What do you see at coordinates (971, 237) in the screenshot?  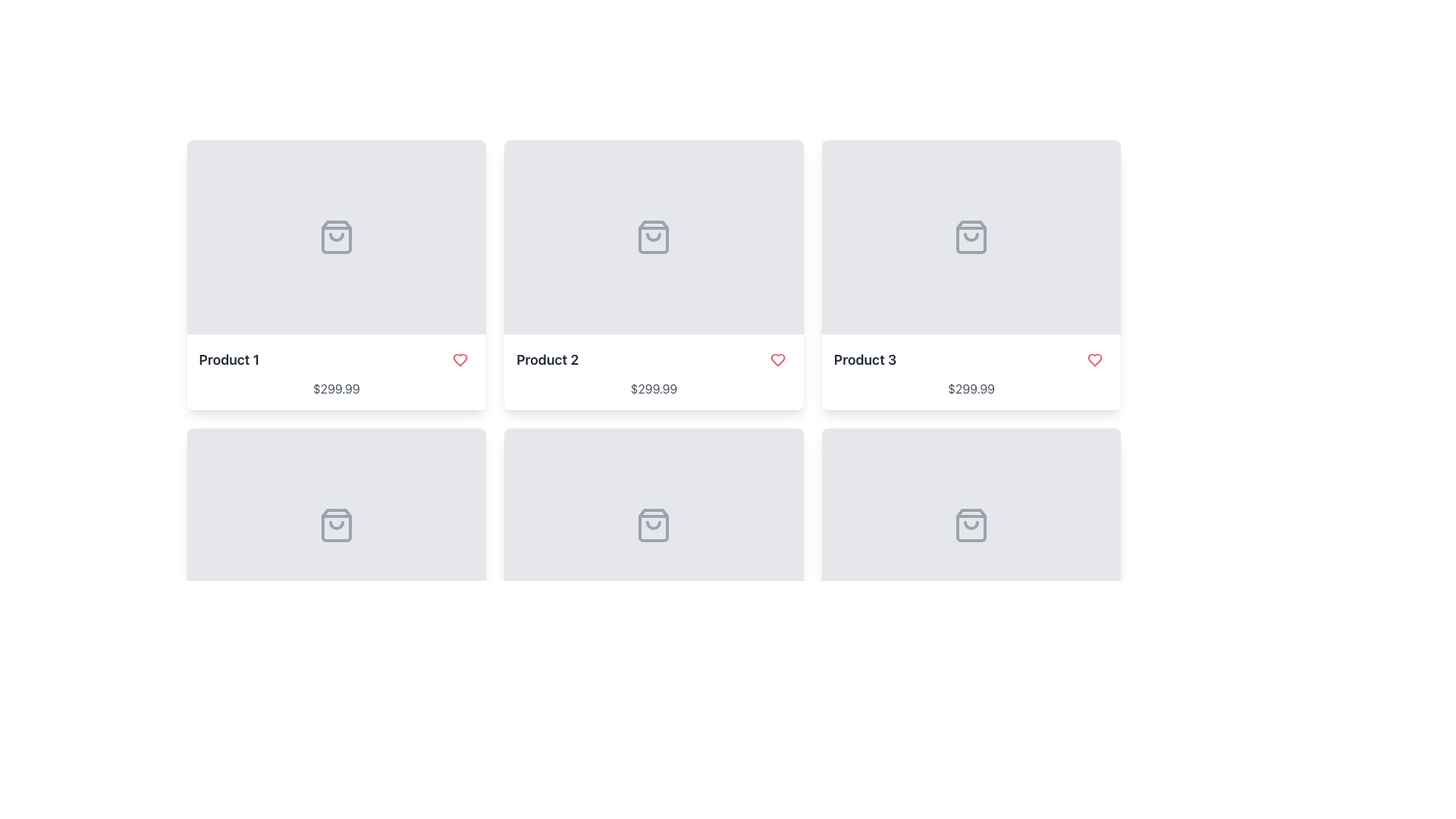 I see `the minimalist gray shopping bag icon located in the third card with the title 'Product 3' to proceed to a detailed view` at bounding box center [971, 237].